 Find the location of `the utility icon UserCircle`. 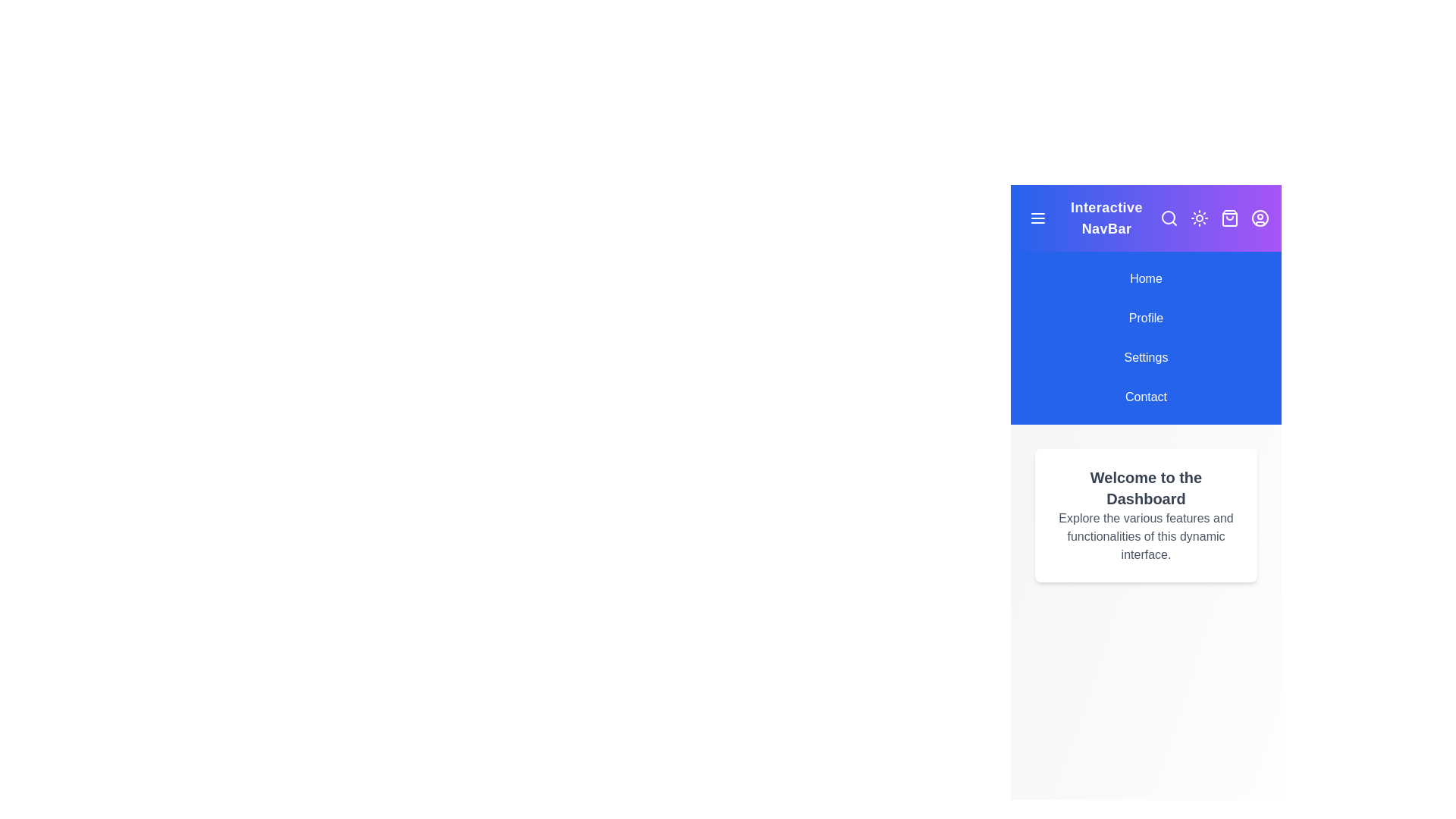

the utility icon UserCircle is located at coordinates (1260, 218).